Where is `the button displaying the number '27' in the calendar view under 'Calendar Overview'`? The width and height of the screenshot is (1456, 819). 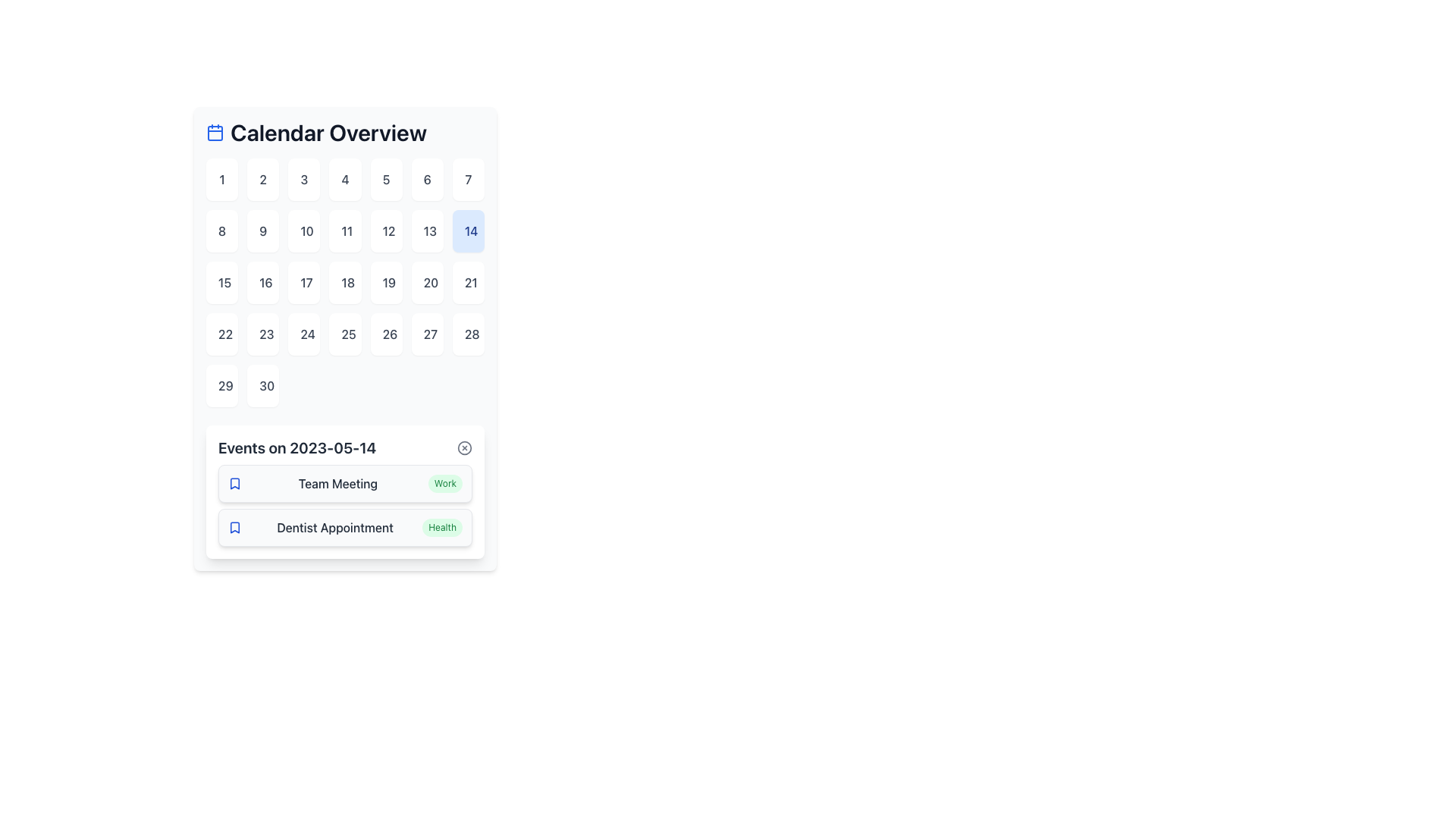
the button displaying the number '27' in the calendar view under 'Calendar Overview' is located at coordinates (426, 333).